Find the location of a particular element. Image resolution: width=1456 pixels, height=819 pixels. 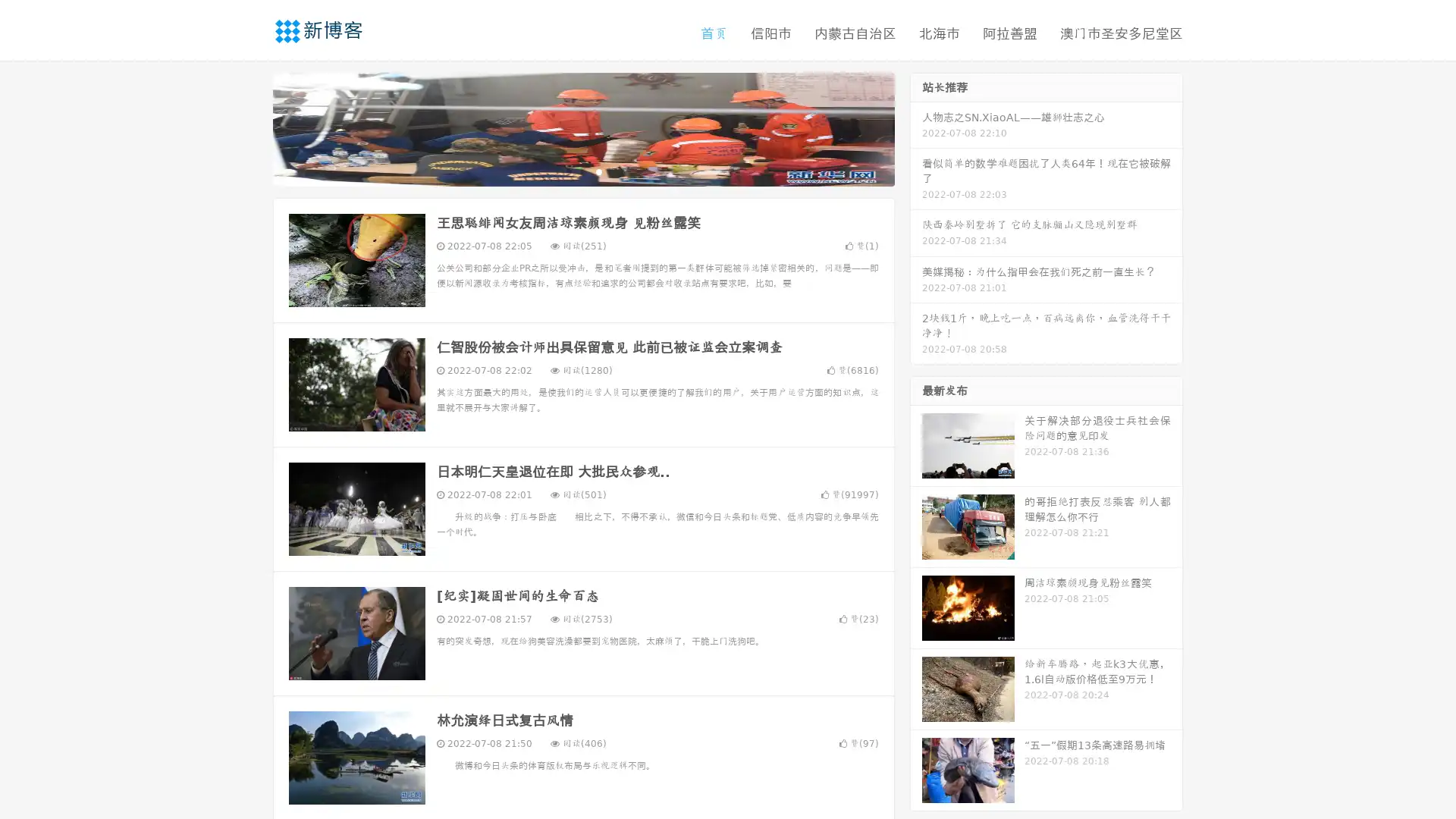

Next slide is located at coordinates (916, 127).